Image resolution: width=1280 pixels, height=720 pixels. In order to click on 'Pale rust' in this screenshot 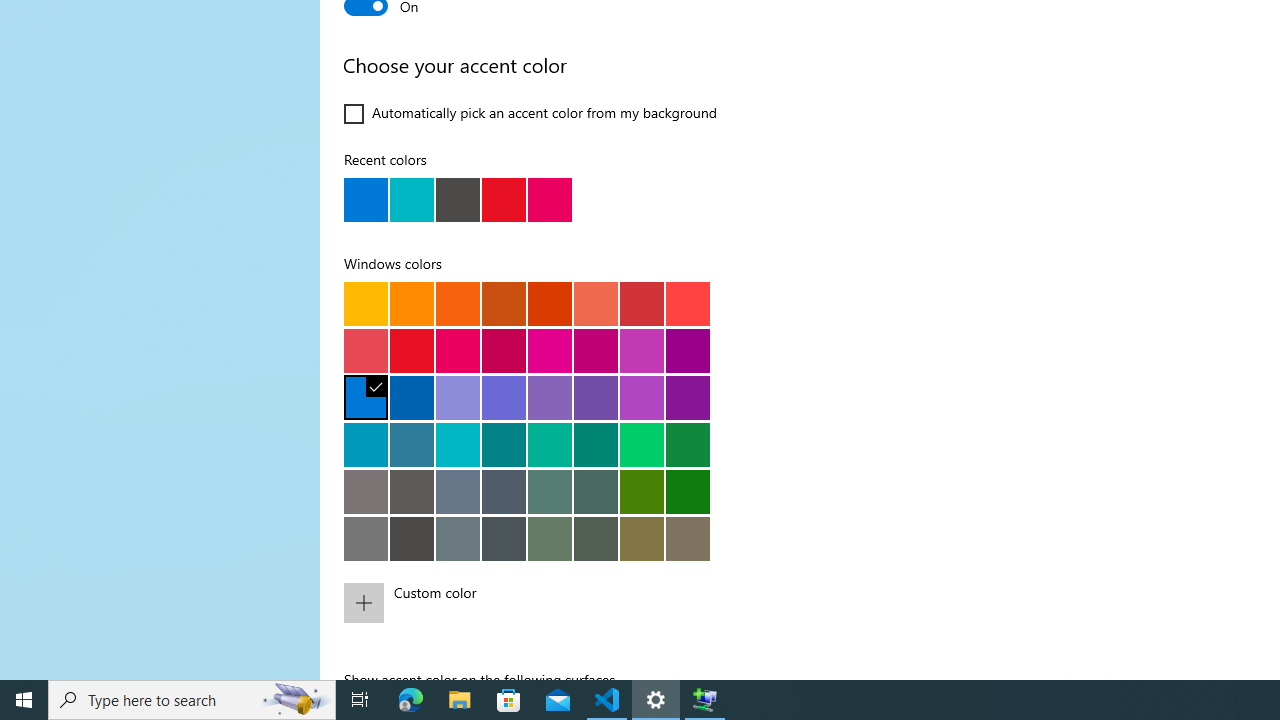, I will do `click(594, 303)`.